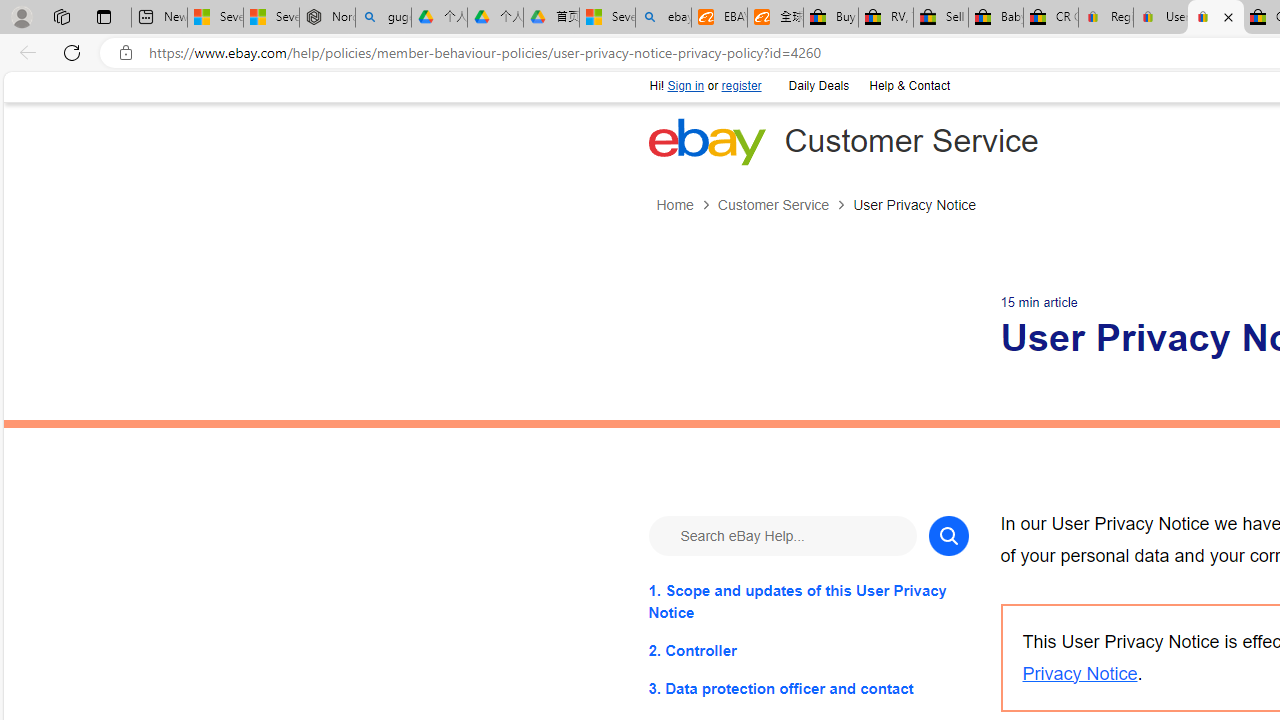 The image size is (1280, 720). What do you see at coordinates (908, 86) in the screenshot?
I see `'Help & Contact'` at bounding box center [908, 86].